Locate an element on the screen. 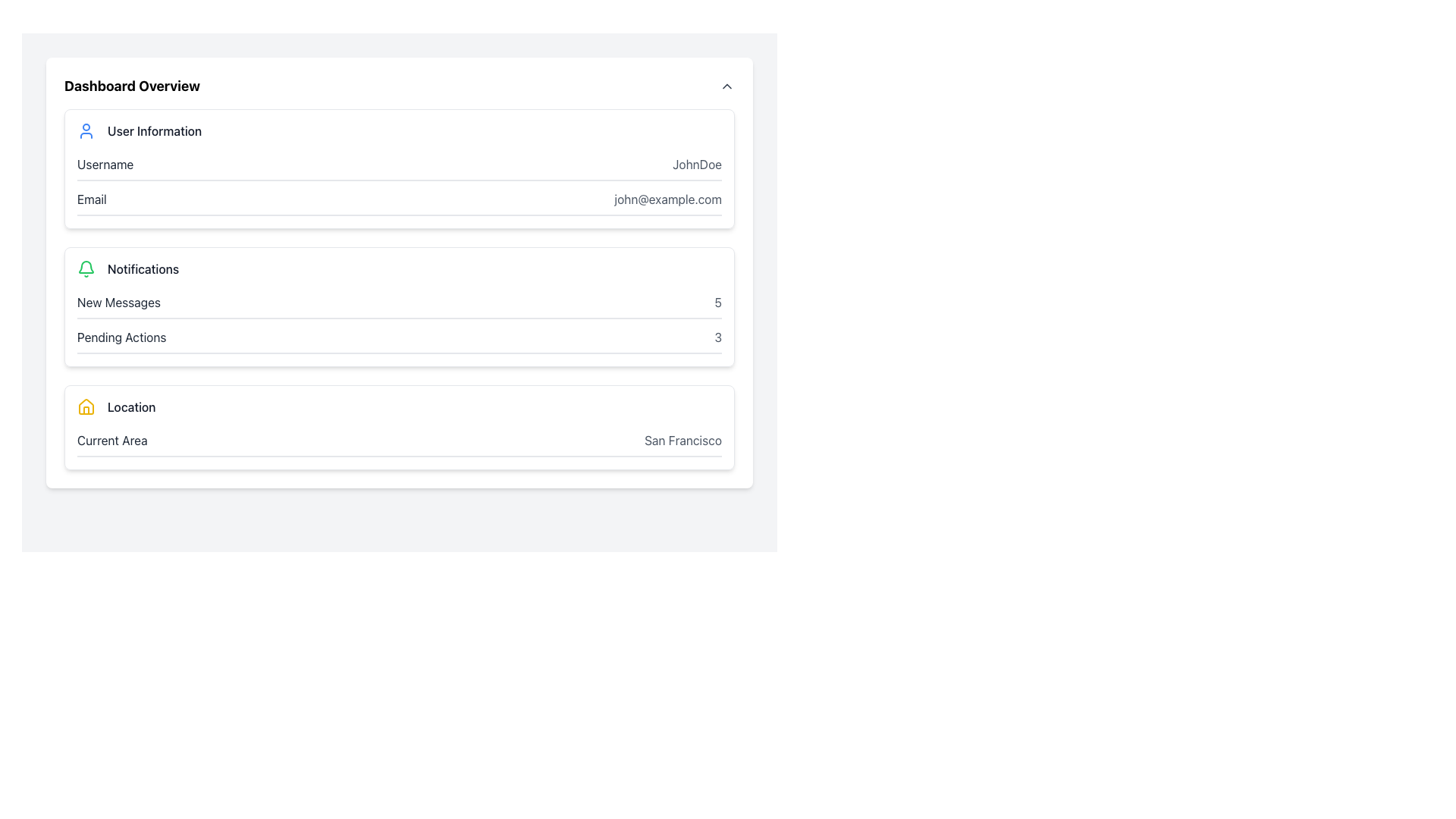  the static text label that identifies the current area, located in the bottom section of the interface to the right of the yellow house icon is located at coordinates (131, 406).